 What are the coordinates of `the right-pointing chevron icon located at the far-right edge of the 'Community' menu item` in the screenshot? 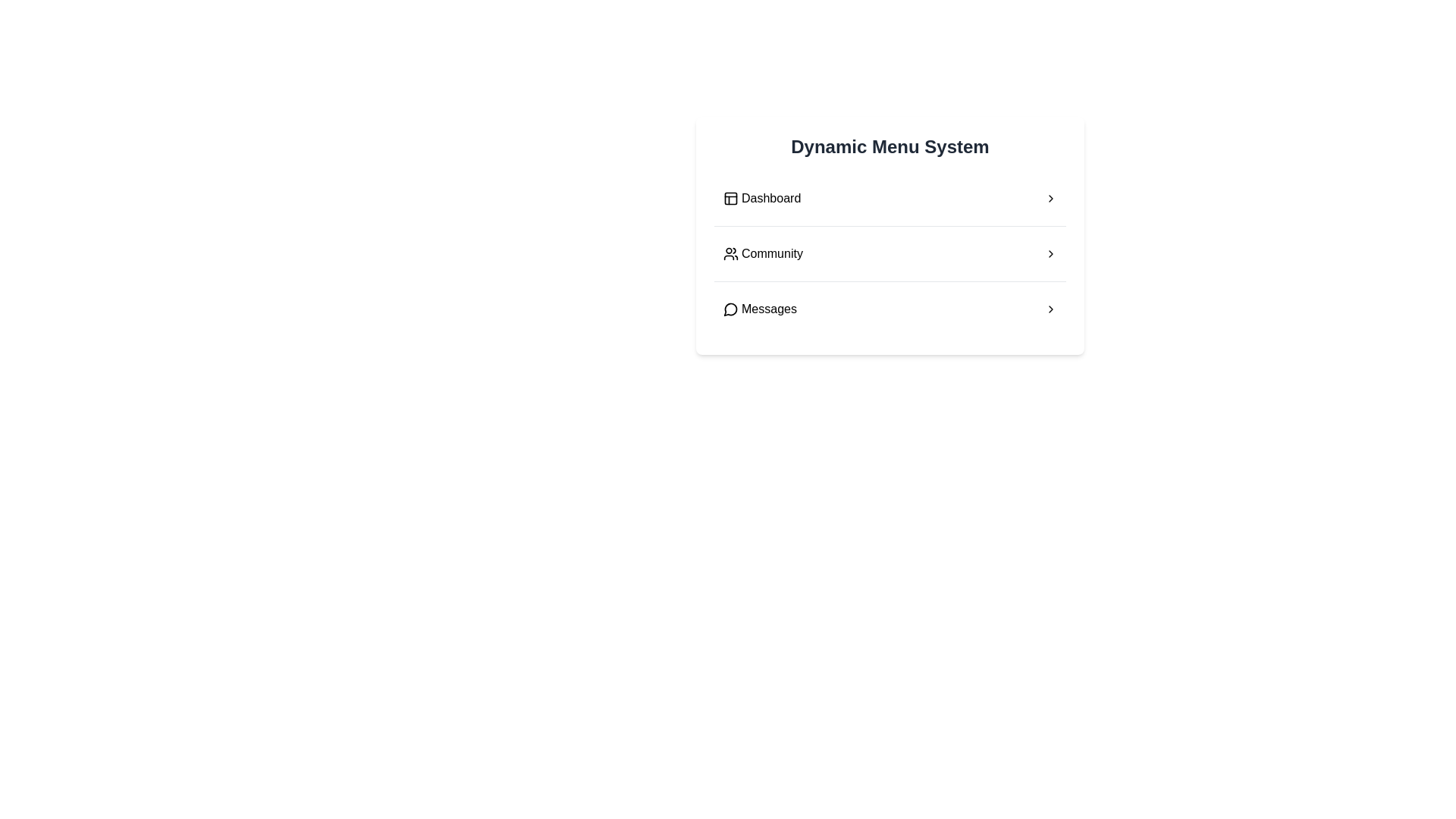 It's located at (1050, 253).